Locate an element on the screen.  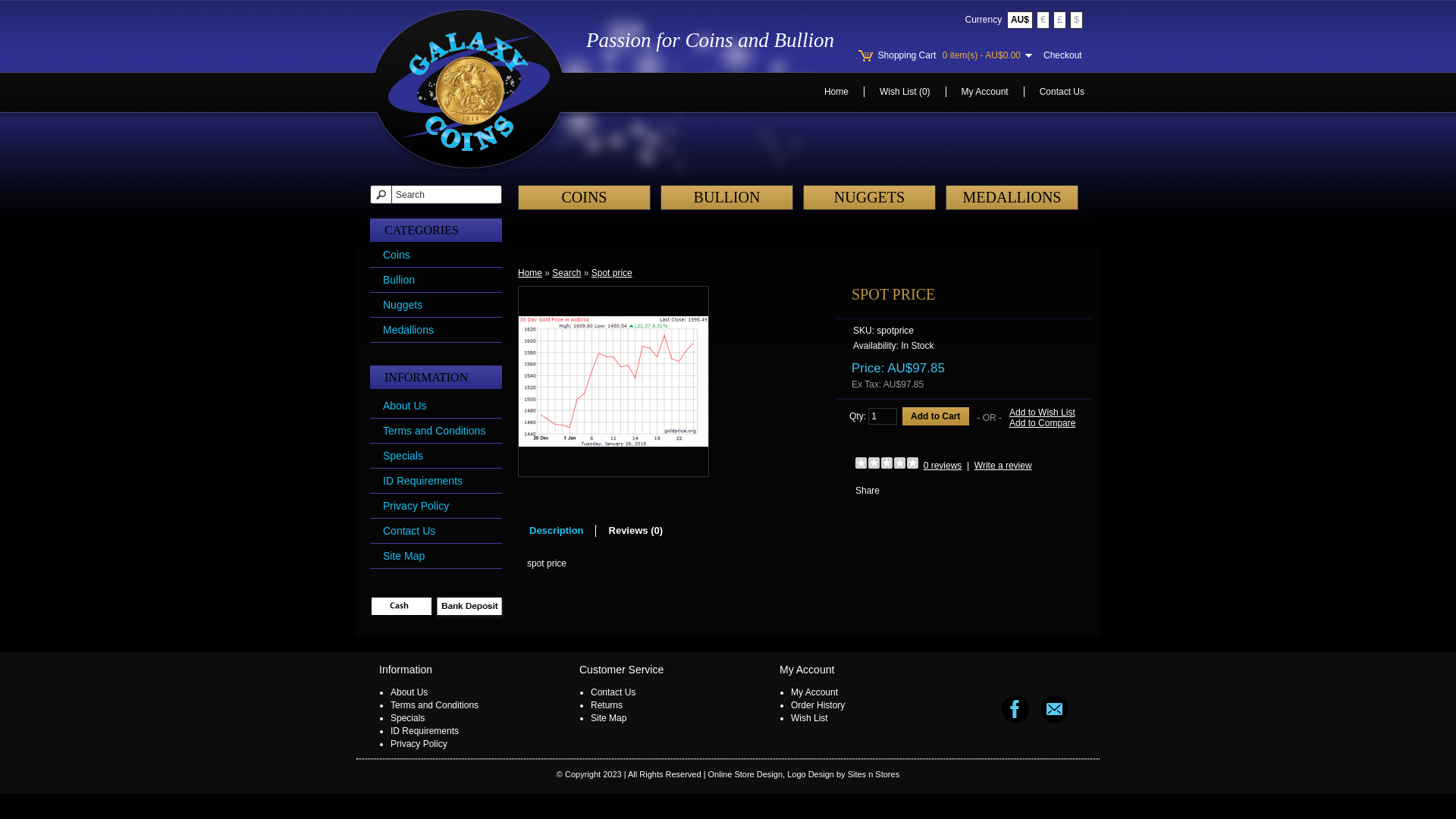
'Description' is located at coordinates (556, 529).